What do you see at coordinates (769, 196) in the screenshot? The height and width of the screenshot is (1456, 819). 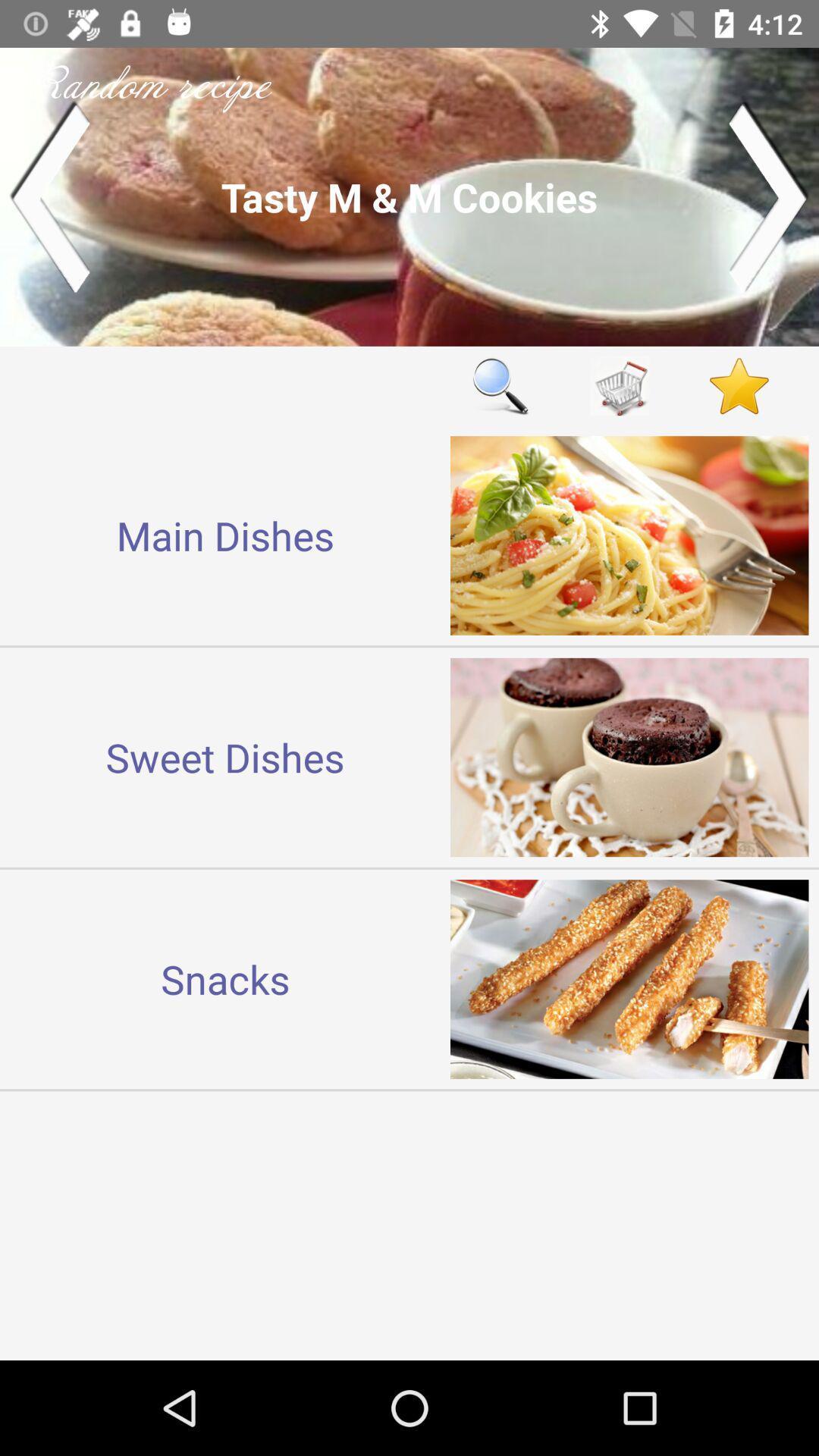 I see `the send icon` at bounding box center [769, 196].